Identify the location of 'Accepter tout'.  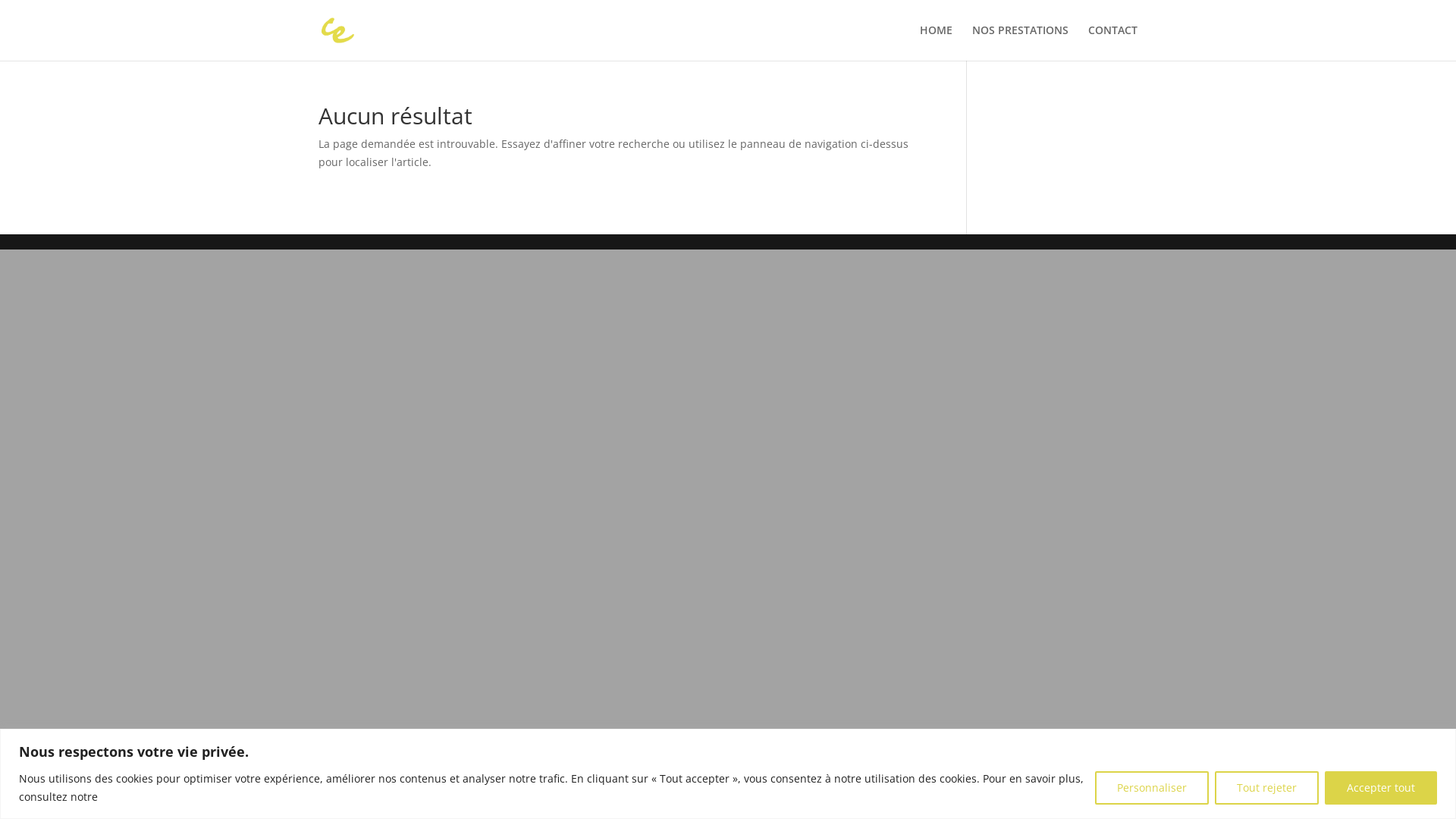
(1324, 786).